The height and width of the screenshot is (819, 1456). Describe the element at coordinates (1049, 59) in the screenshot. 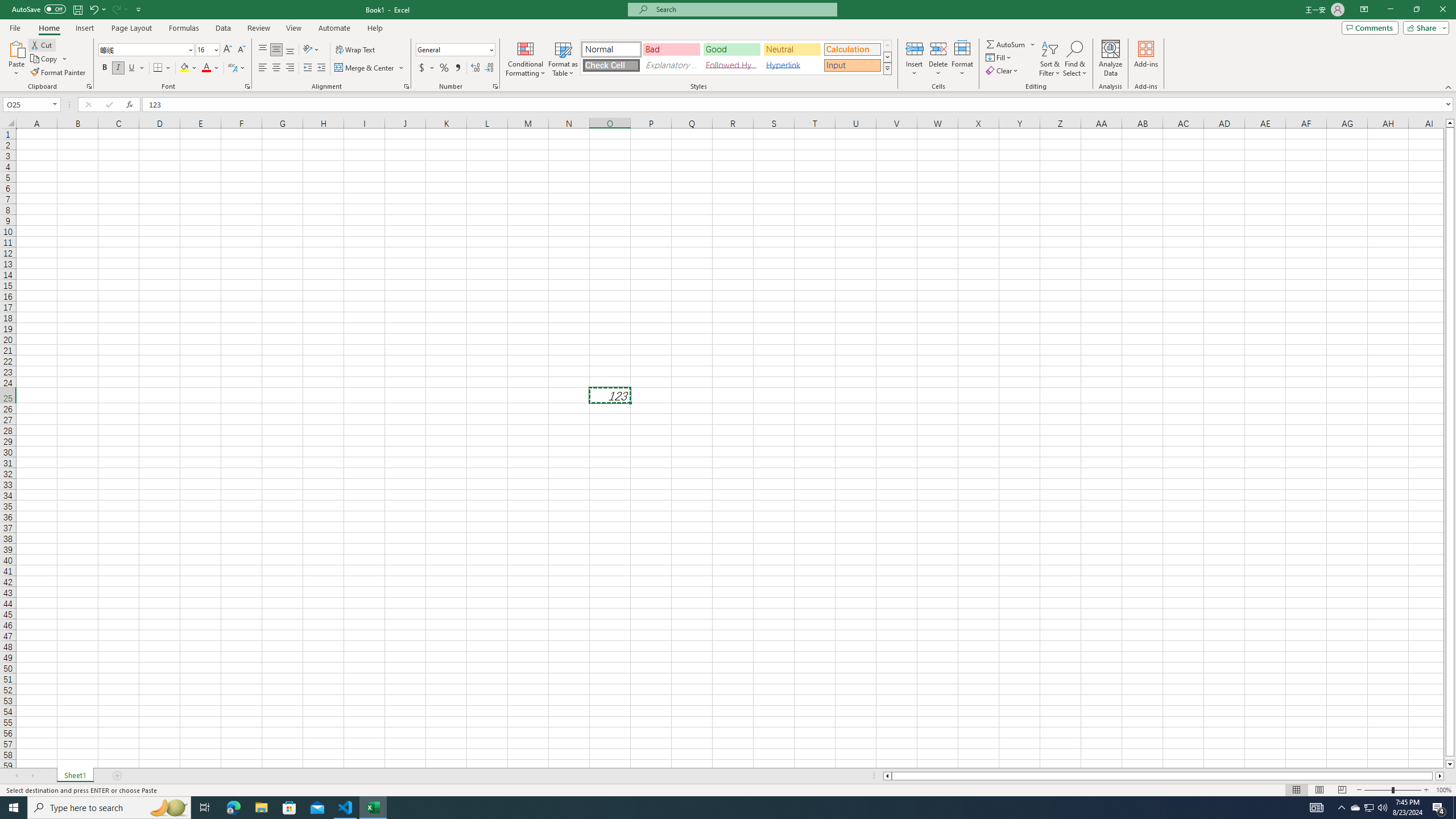

I see `'Sort & Filter'` at that location.